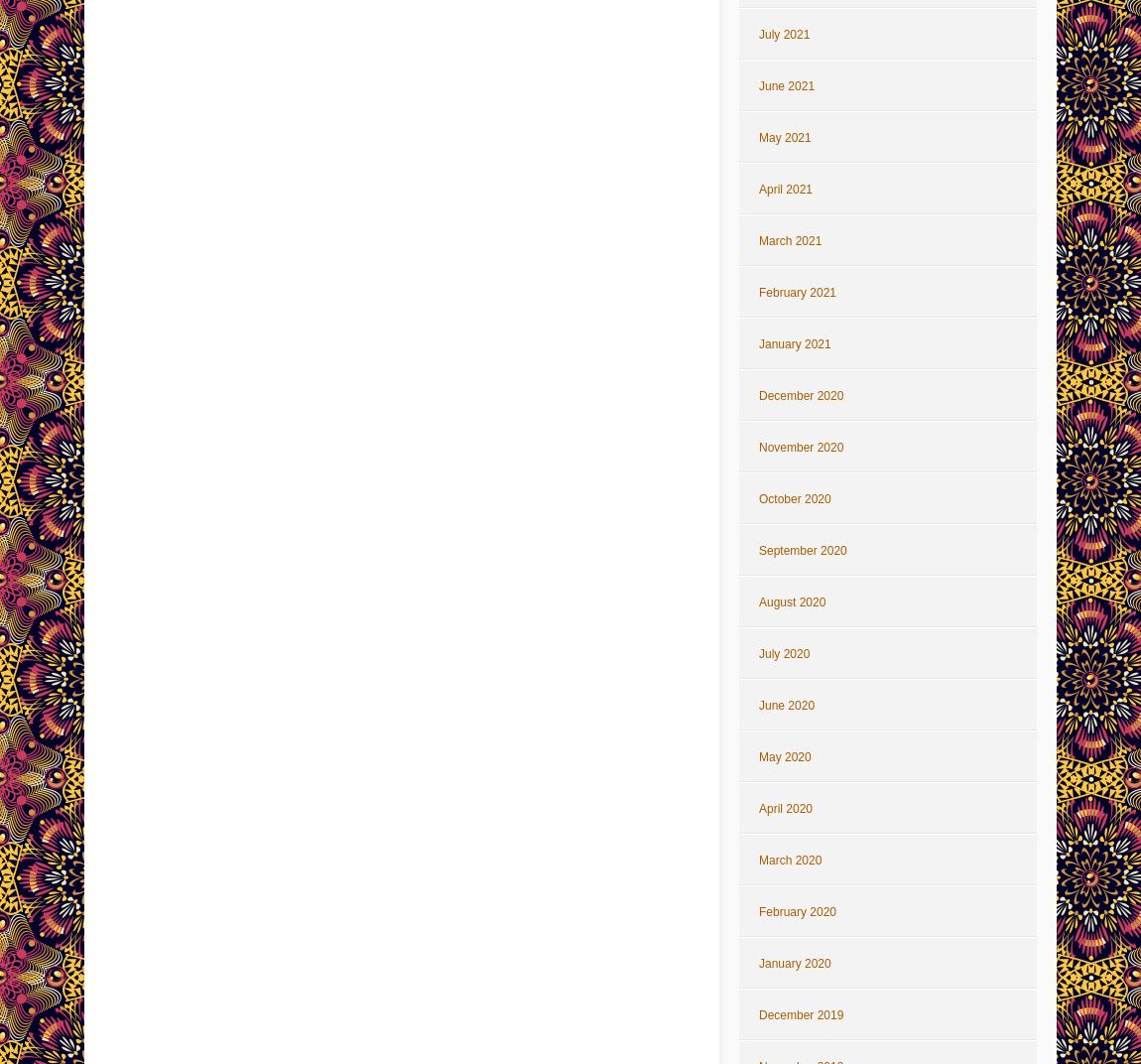  Describe the element at coordinates (757, 292) in the screenshot. I see `'February 2021'` at that location.